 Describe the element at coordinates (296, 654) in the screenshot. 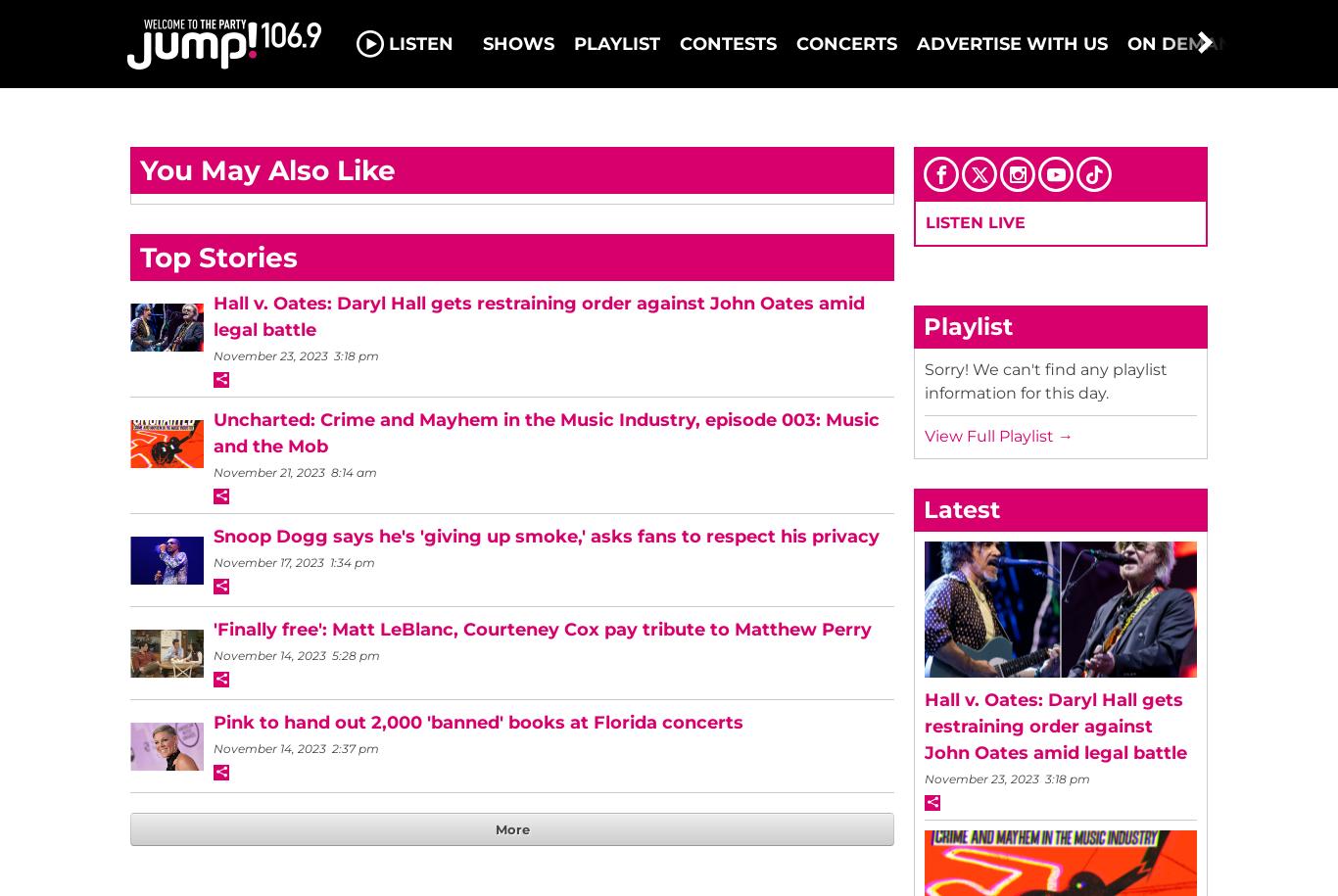

I see `'November 14, 2023  5:28 pm'` at that location.